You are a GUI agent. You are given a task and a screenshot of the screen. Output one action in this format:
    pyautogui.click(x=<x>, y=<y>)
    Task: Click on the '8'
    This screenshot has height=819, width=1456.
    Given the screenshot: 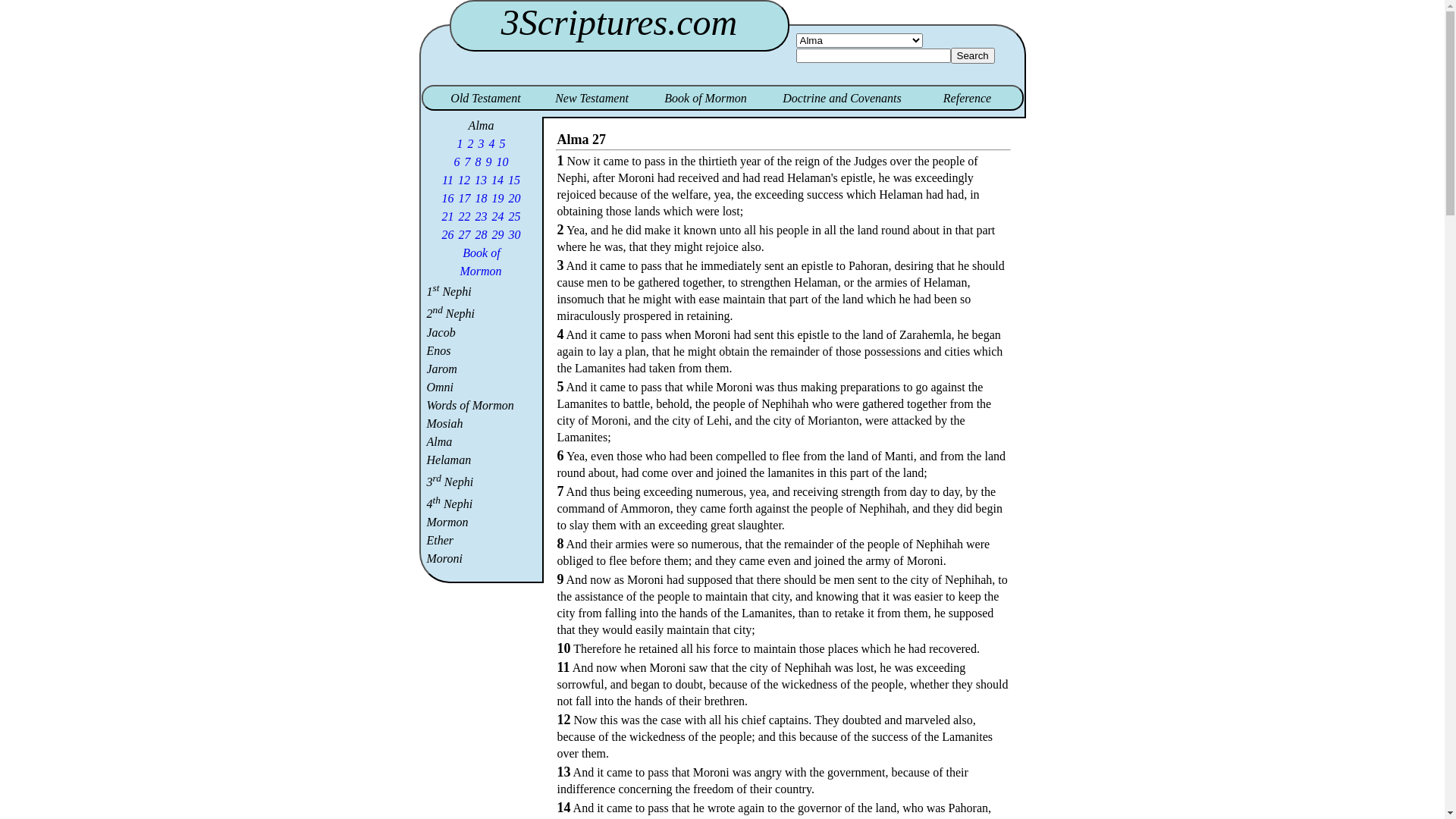 What is the action you would take?
    pyautogui.click(x=477, y=162)
    